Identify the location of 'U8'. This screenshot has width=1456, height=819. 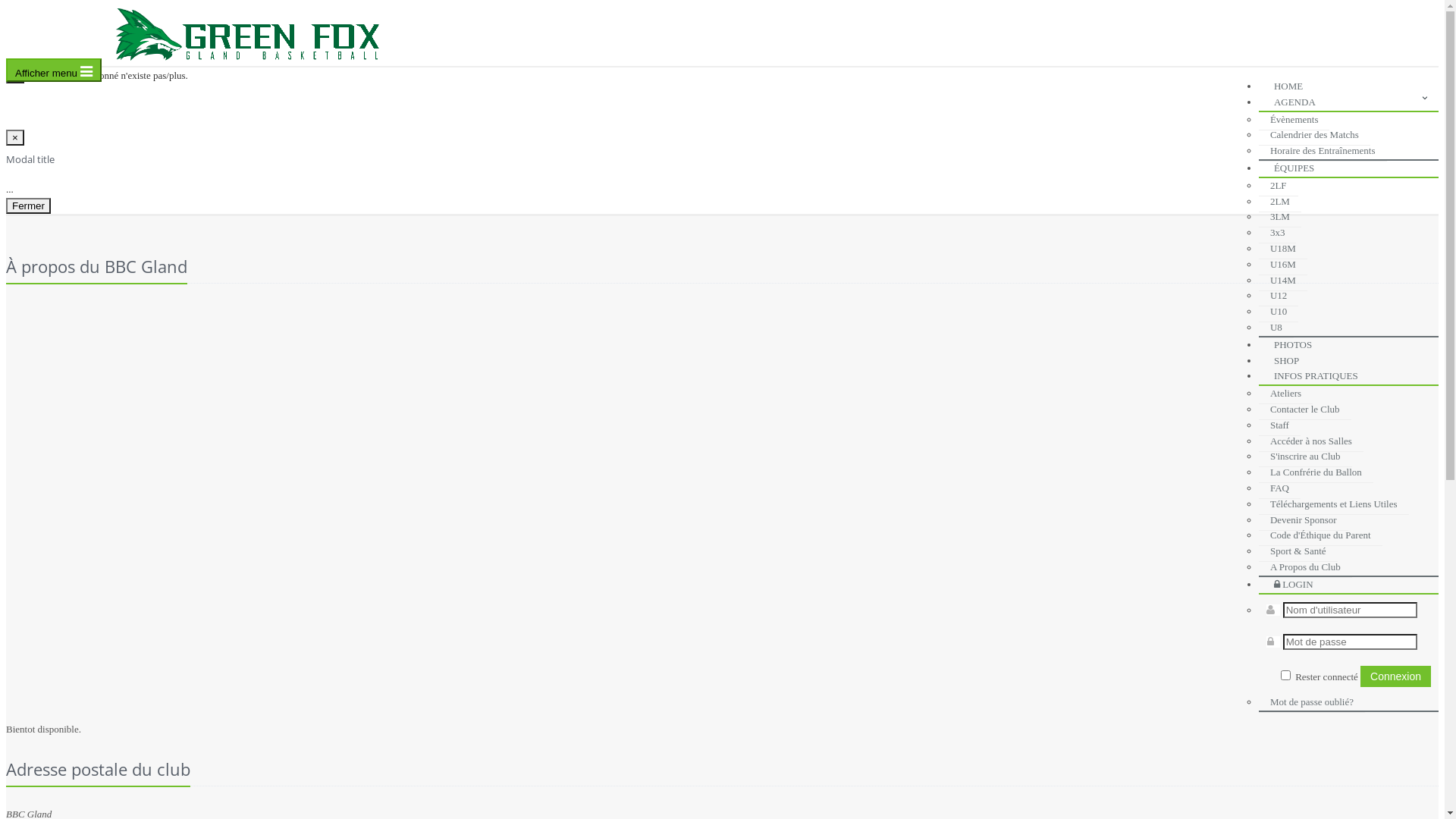
(1276, 327).